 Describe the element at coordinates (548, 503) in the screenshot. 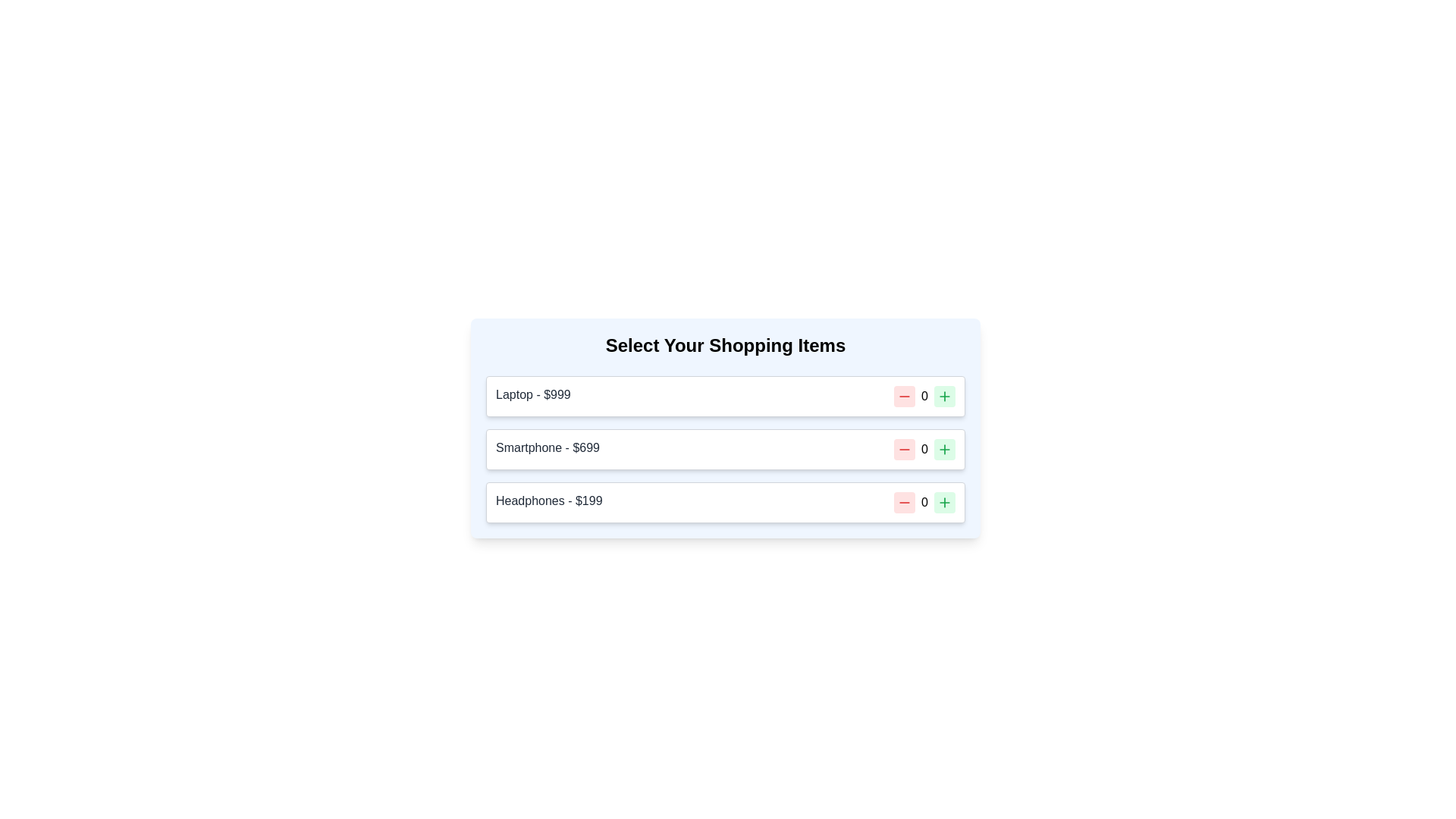

I see `item's name and price displayed in the text label for 'Headphones' priced at '$199', located in the third row of the shopping items list` at that location.